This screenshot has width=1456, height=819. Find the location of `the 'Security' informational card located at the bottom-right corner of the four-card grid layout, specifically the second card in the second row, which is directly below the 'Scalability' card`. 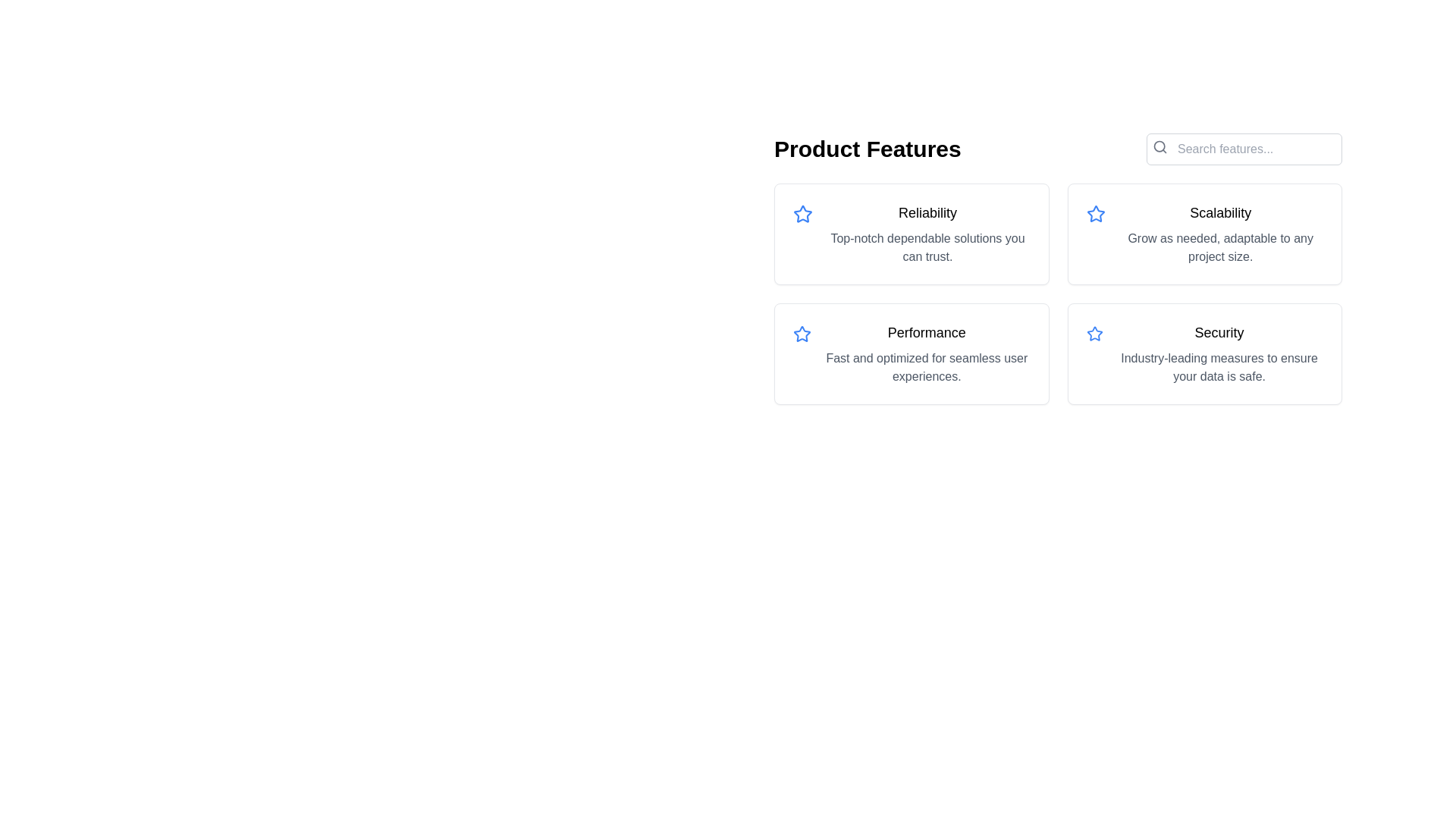

the 'Security' informational card located at the bottom-right corner of the four-card grid layout, specifically the second card in the second row, which is directly below the 'Scalability' card is located at coordinates (1203, 353).